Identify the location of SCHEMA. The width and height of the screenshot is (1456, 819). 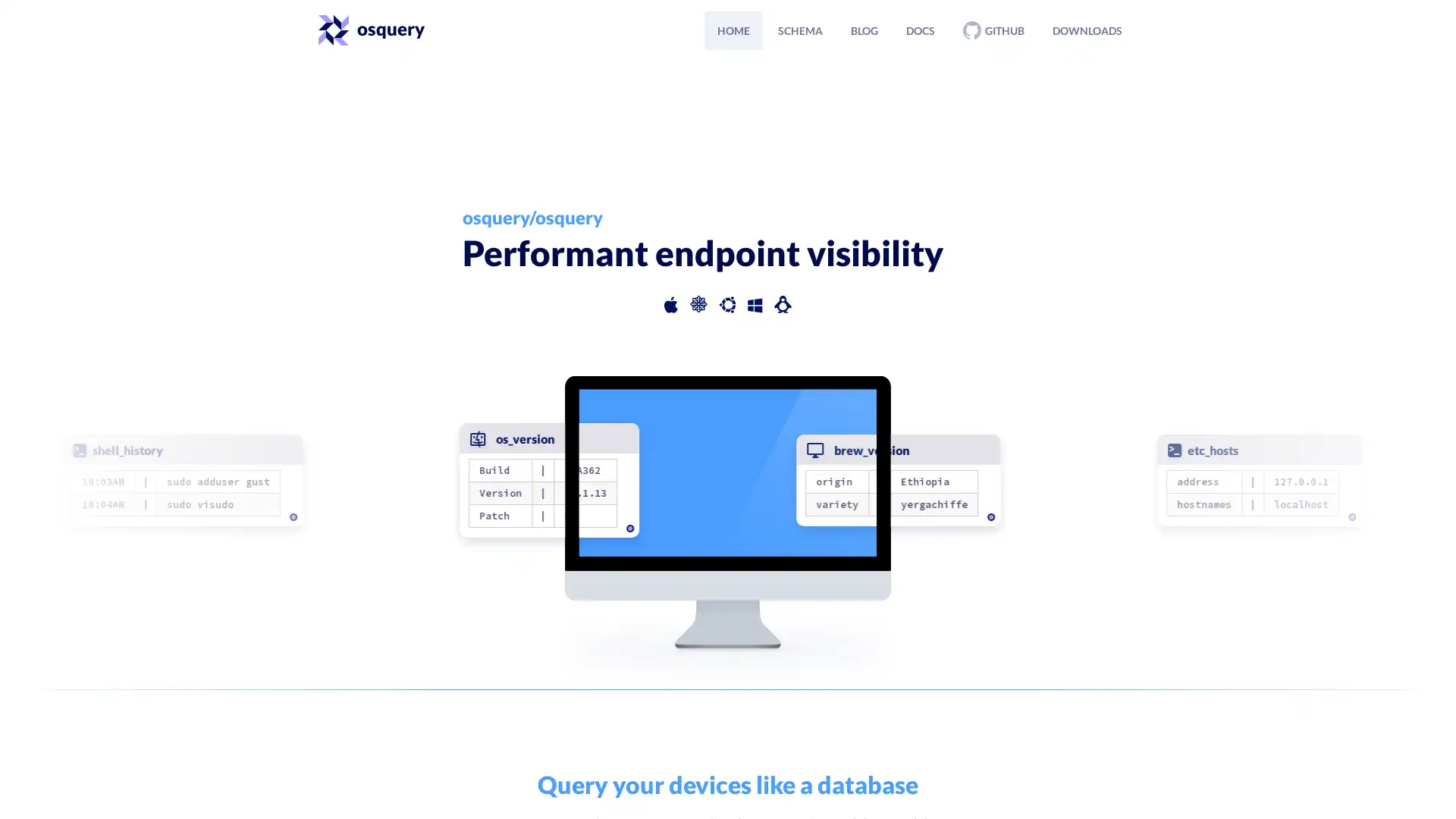
(799, 30).